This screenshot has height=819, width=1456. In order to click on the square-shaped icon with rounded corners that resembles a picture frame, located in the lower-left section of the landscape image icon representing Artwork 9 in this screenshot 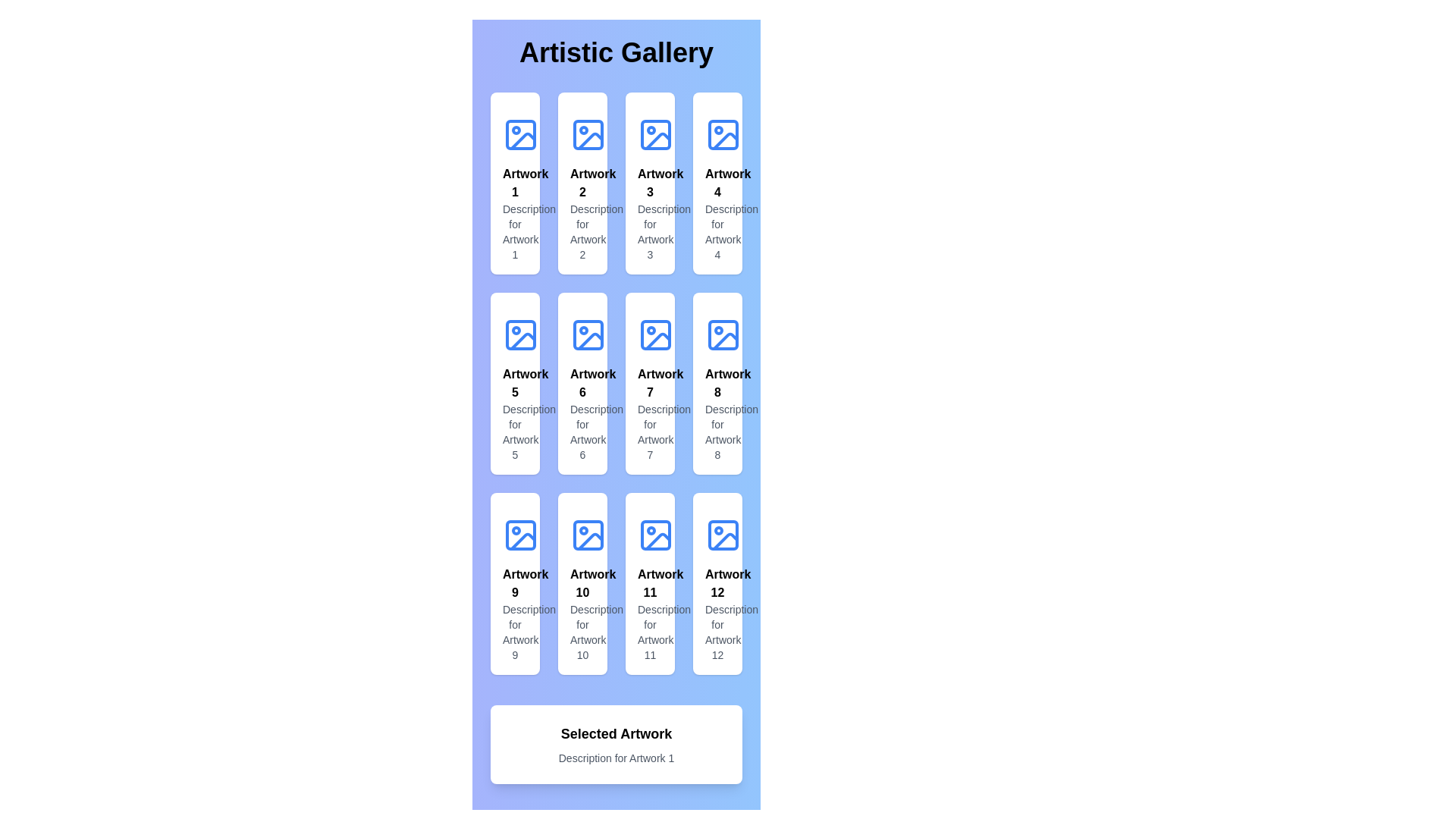, I will do `click(520, 534)`.